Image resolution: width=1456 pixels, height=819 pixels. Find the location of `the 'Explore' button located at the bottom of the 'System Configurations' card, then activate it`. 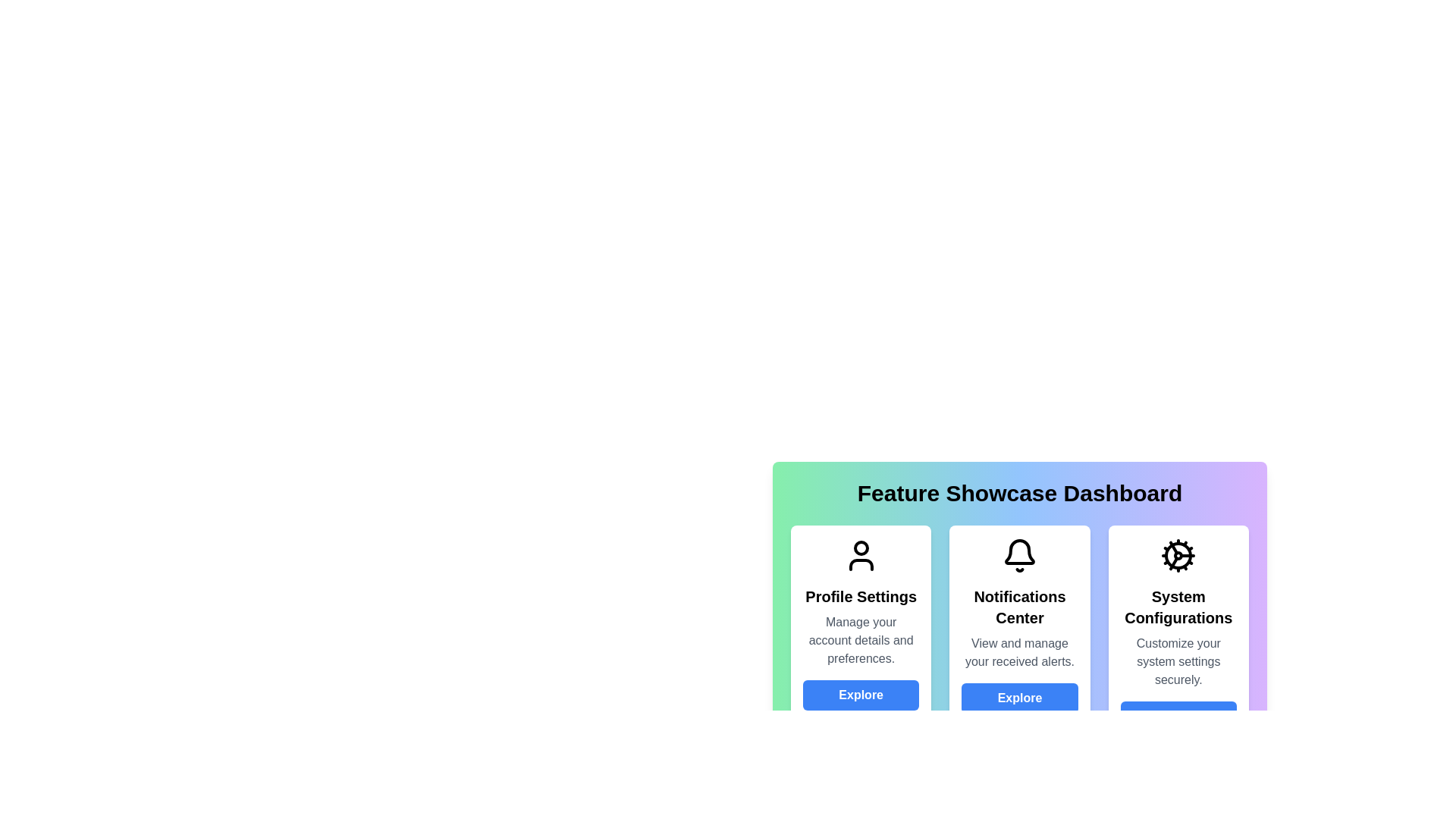

the 'Explore' button located at the bottom of the 'System Configurations' card, then activate it is located at coordinates (1178, 717).